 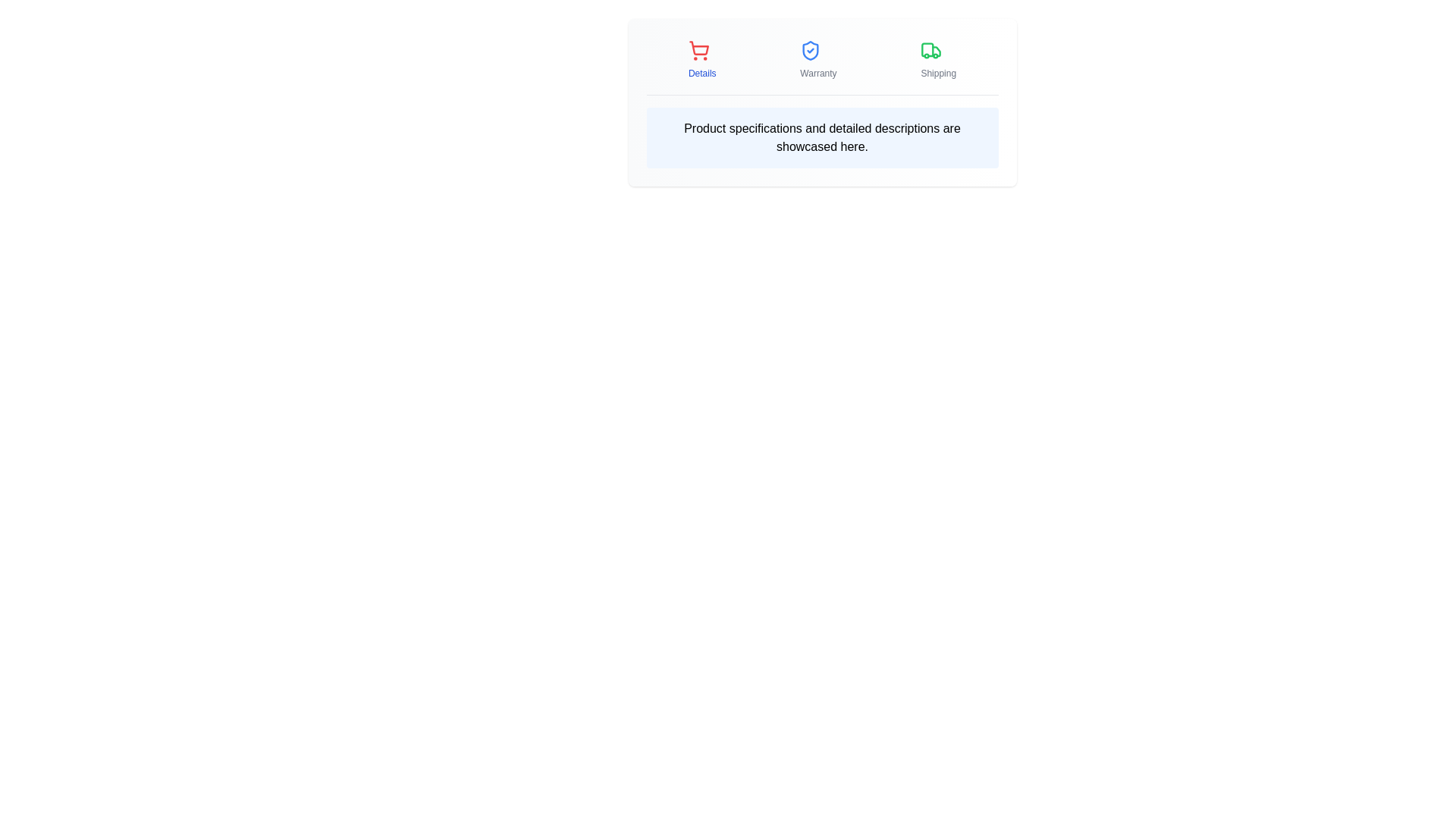 What do you see at coordinates (817, 58) in the screenshot?
I see `the Warranty tab` at bounding box center [817, 58].